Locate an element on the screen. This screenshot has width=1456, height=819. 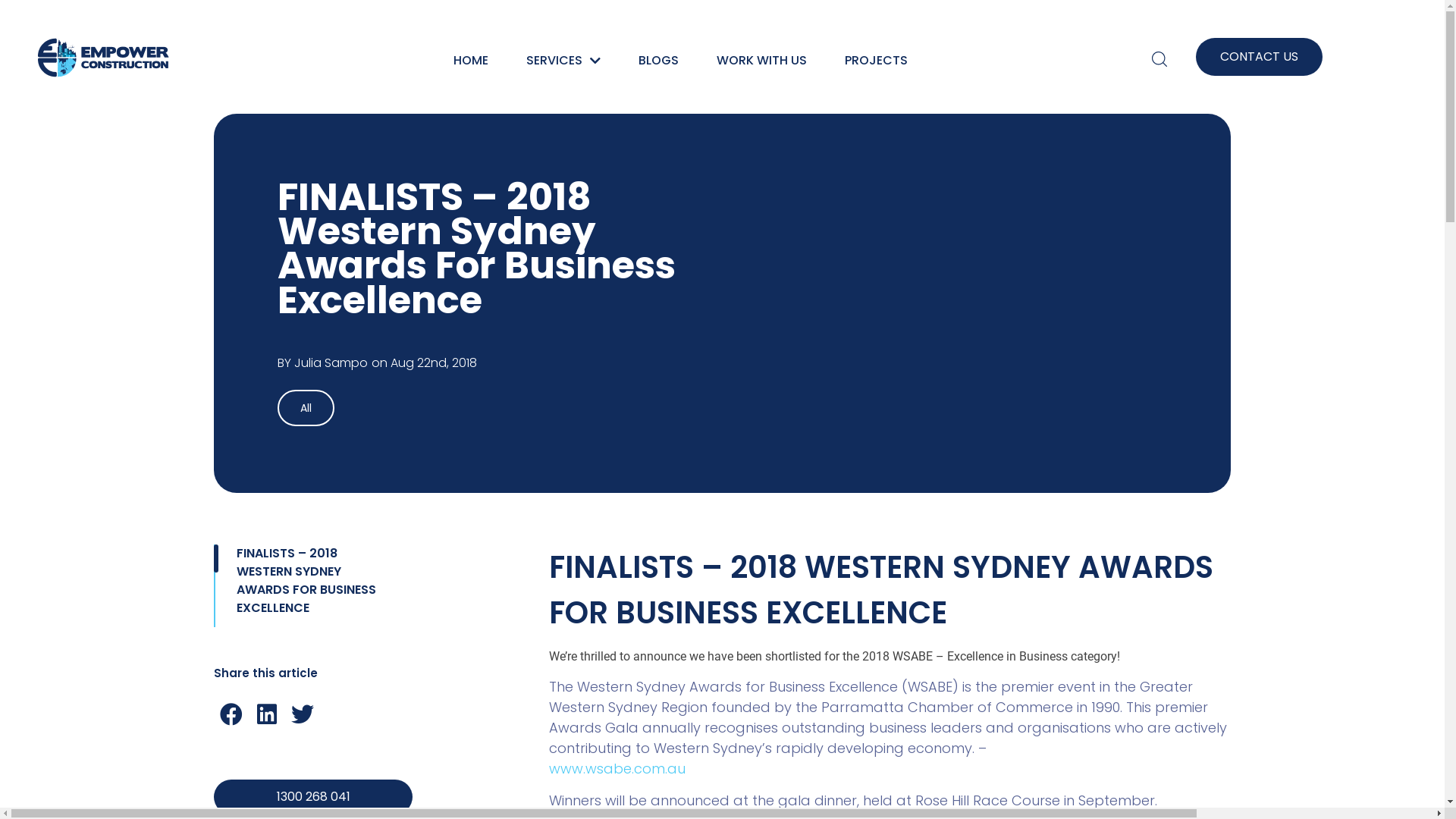
'SERVICES' is located at coordinates (507, 58).